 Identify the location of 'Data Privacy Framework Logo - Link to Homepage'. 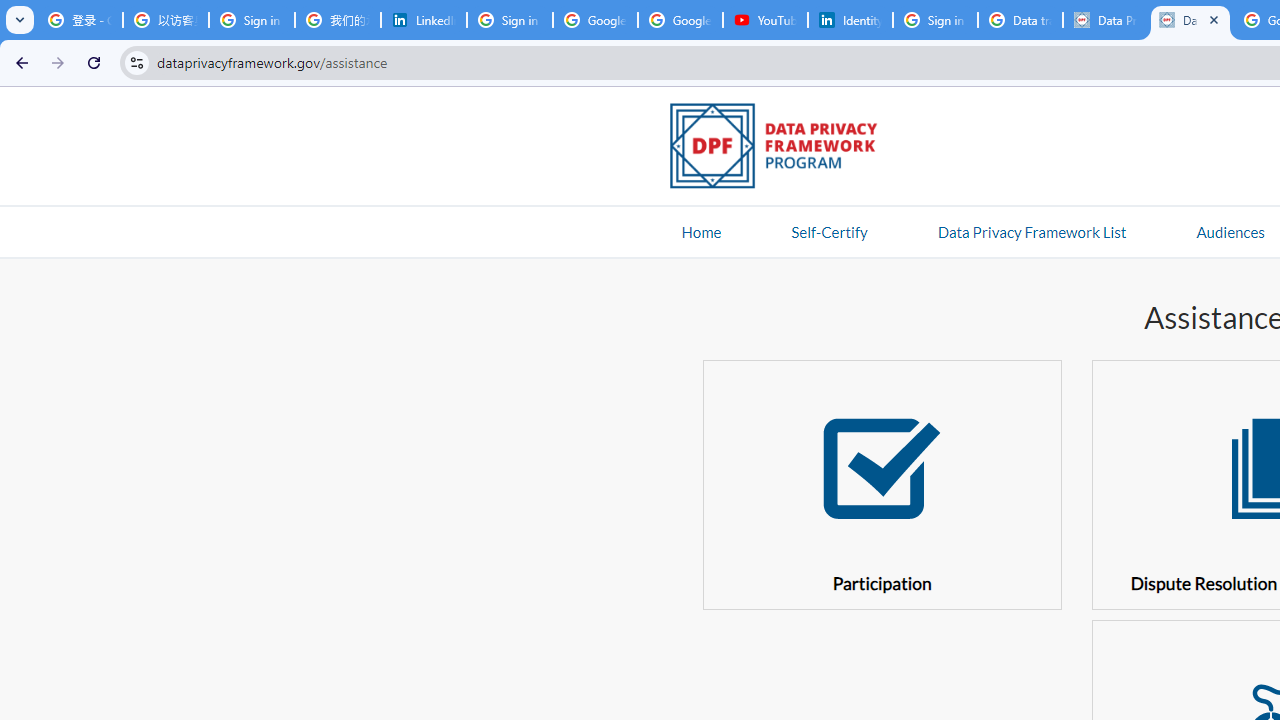
(783, 148).